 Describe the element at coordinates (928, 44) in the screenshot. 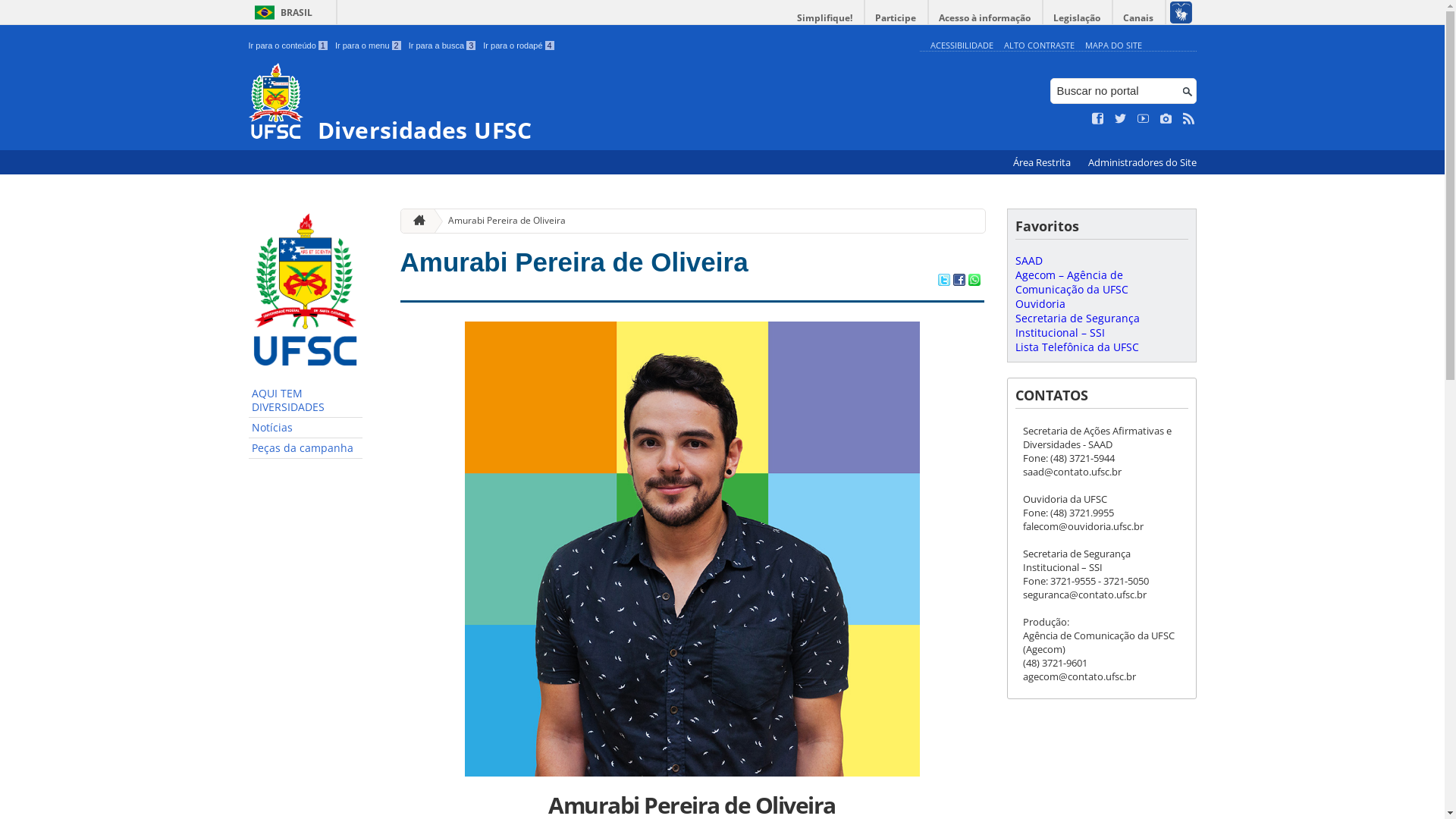

I see `'ACESSIBILIDADE'` at that location.